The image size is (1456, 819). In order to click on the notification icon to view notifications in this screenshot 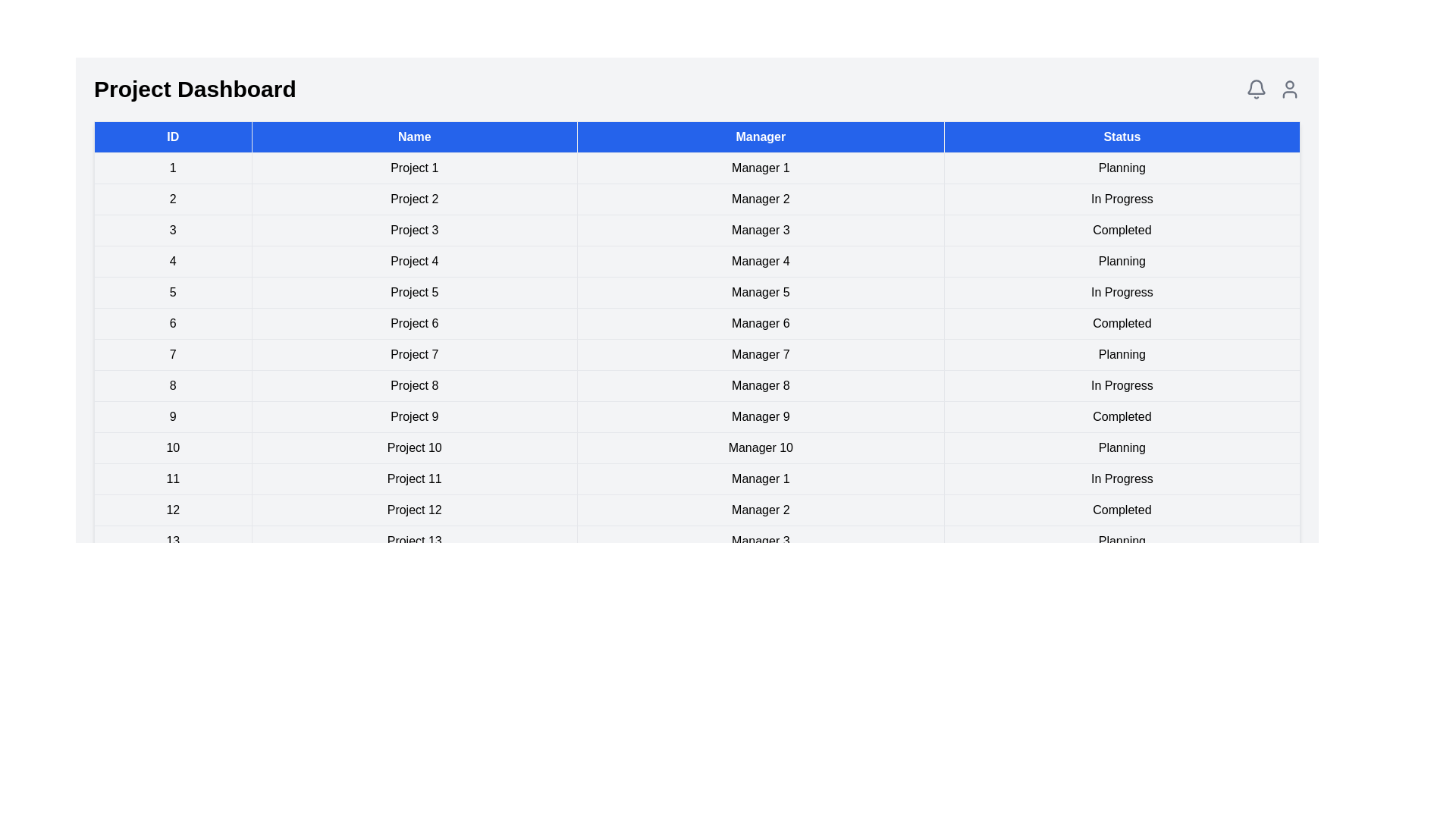, I will do `click(1256, 89)`.